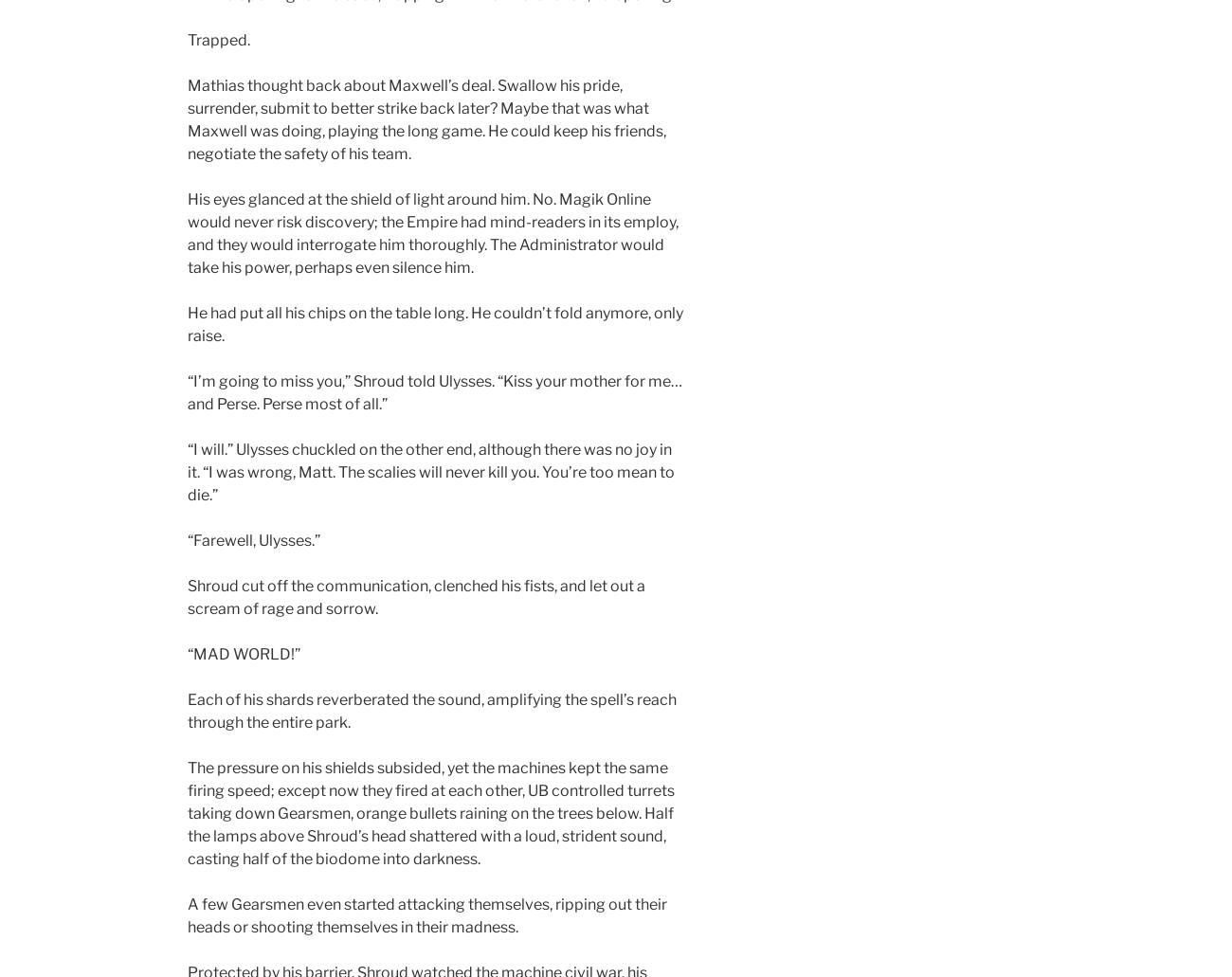  I want to click on 'Trapped.', so click(218, 40).